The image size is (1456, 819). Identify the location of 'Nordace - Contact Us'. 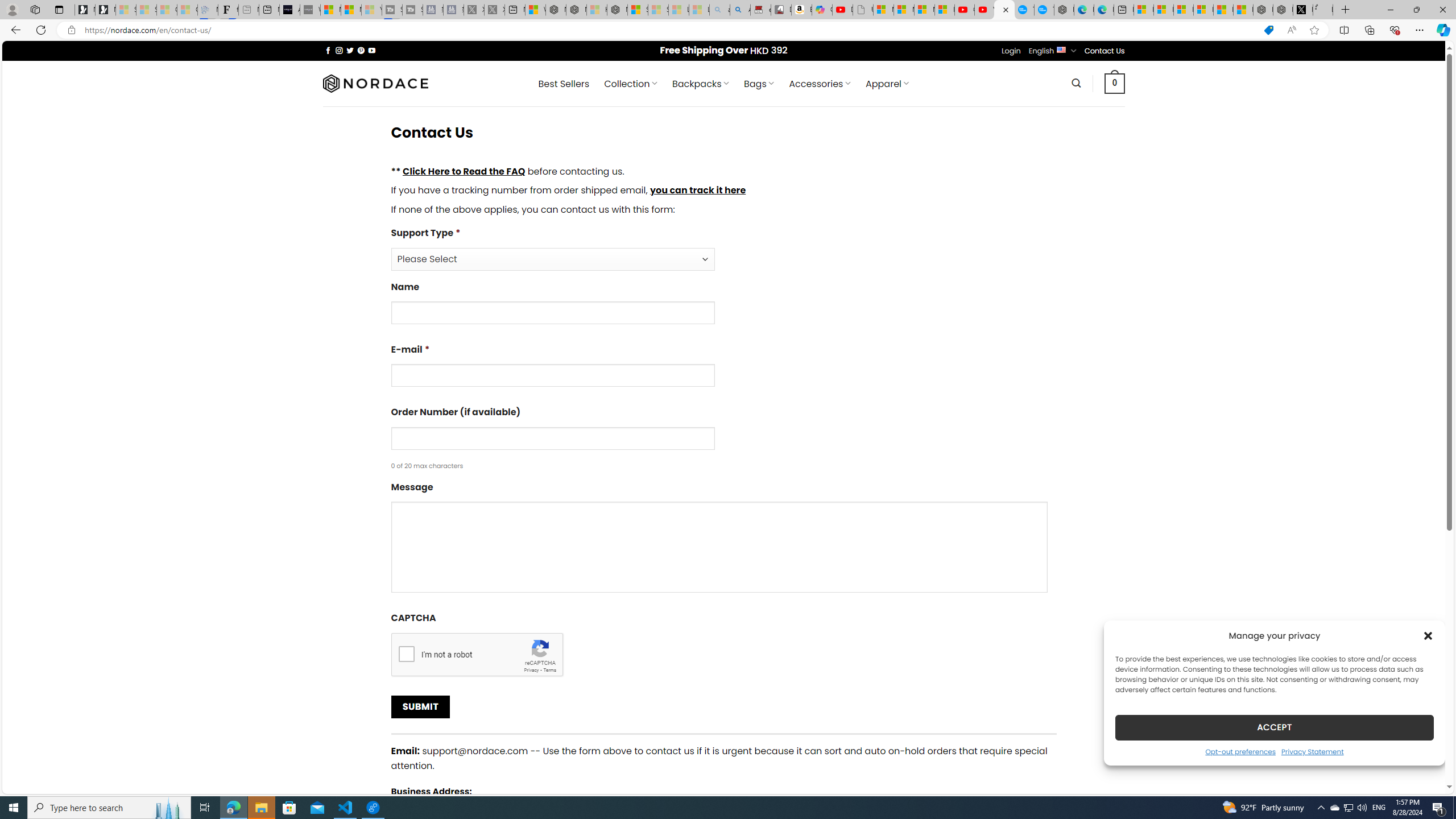
(1004, 9).